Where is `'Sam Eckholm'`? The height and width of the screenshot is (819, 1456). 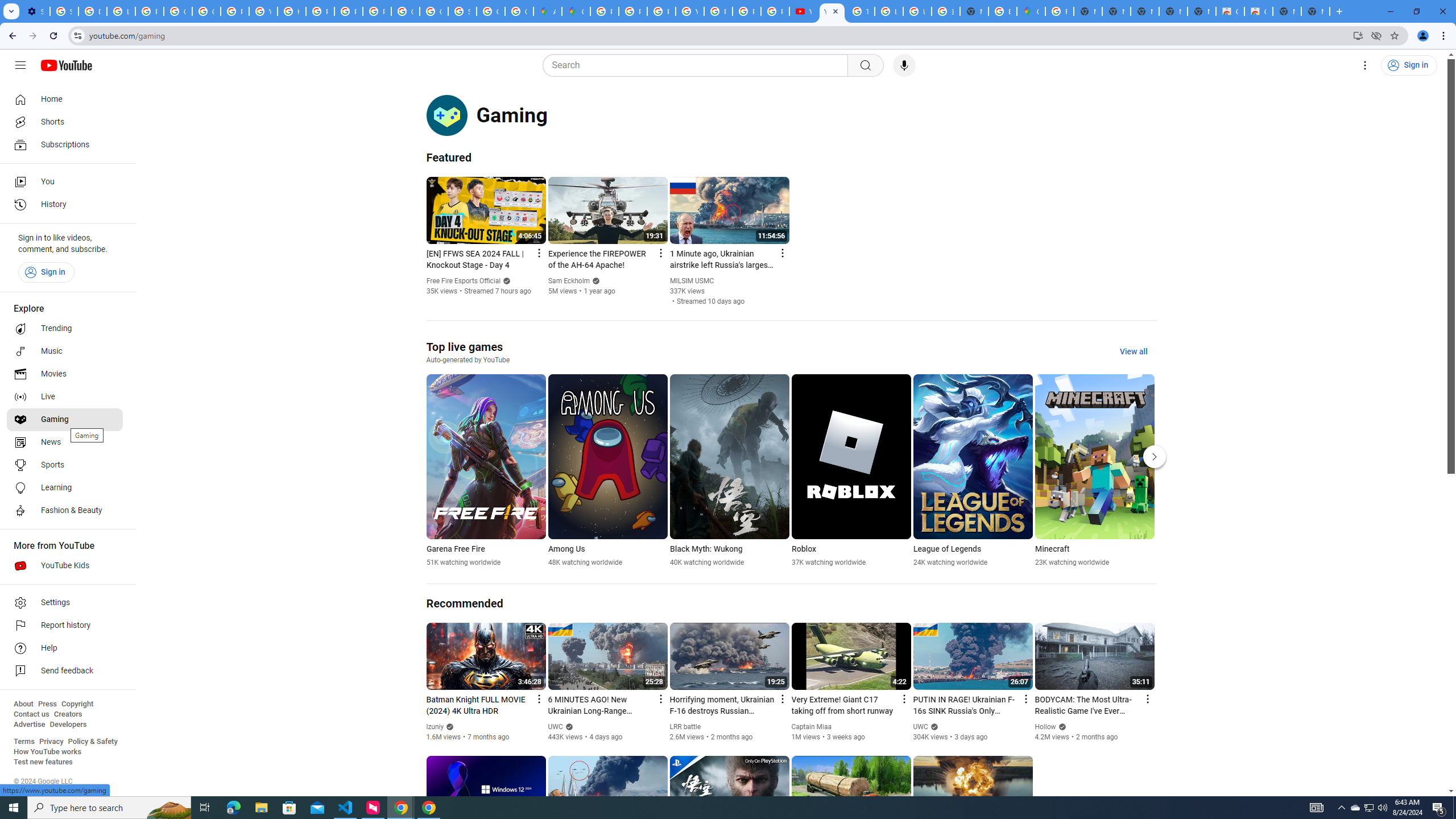 'Sam Eckholm' is located at coordinates (568, 280).